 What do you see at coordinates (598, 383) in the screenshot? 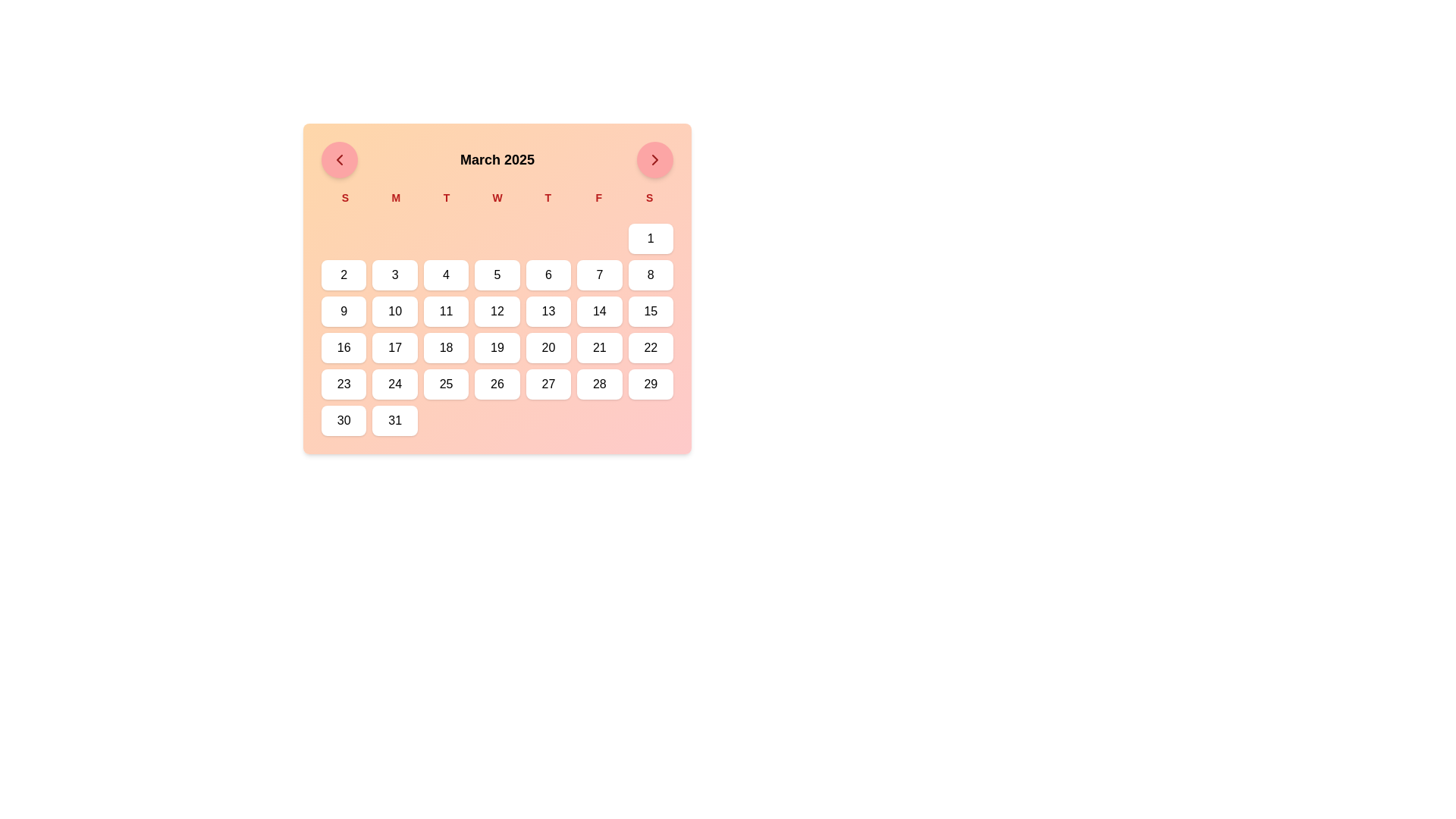
I see `the button in the calendar that selects the date '28' under March 2025` at bounding box center [598, 383].